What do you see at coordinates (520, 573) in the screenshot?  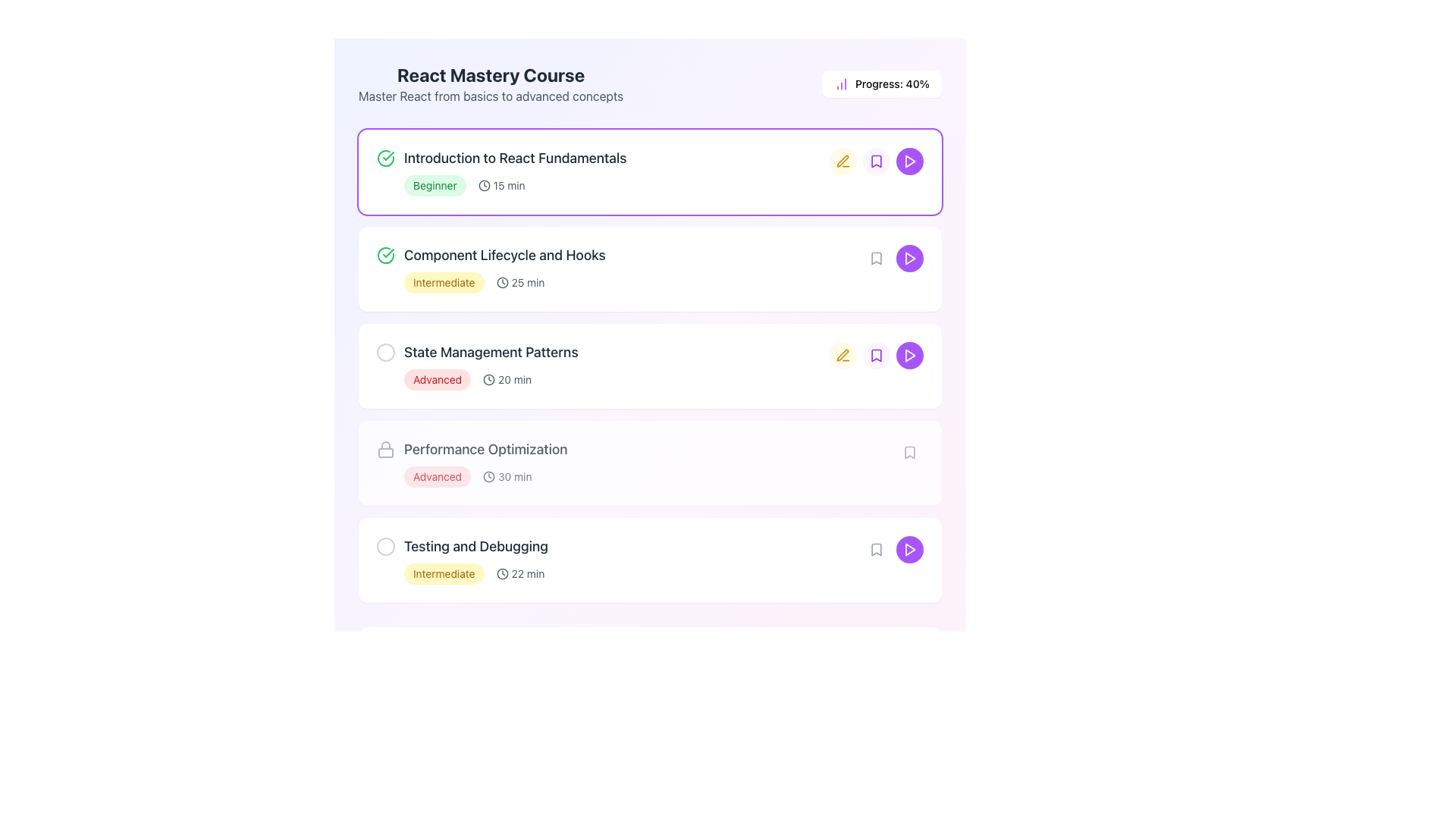 I see `the label that displays the duration of the course in the 'Testing and Debugging' section, located to the right of the 'Intermediate' tag` at bounding box center [520, 573].